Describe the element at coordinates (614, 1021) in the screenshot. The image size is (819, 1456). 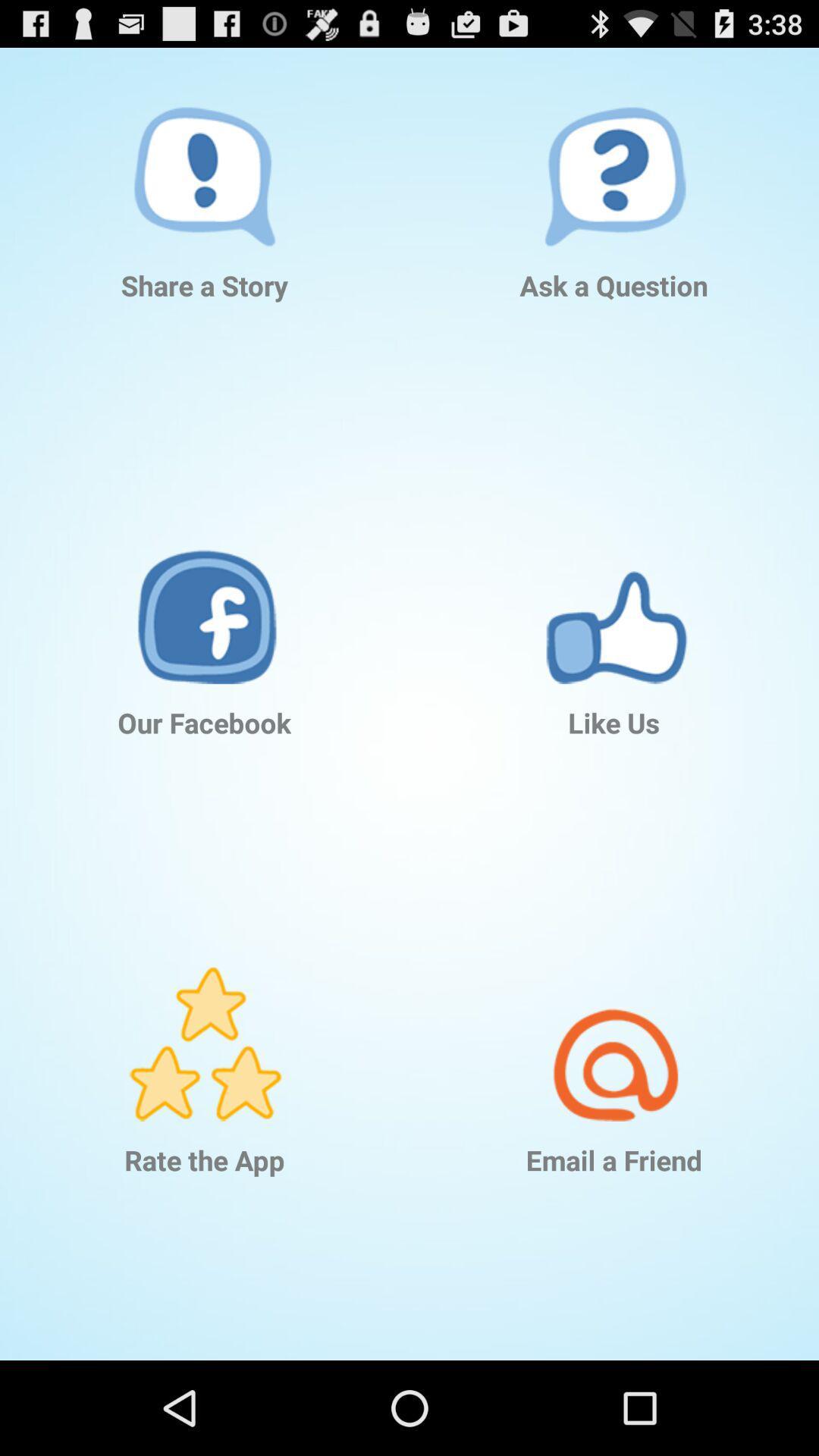
I see `the icon above email a friend app` at that location.